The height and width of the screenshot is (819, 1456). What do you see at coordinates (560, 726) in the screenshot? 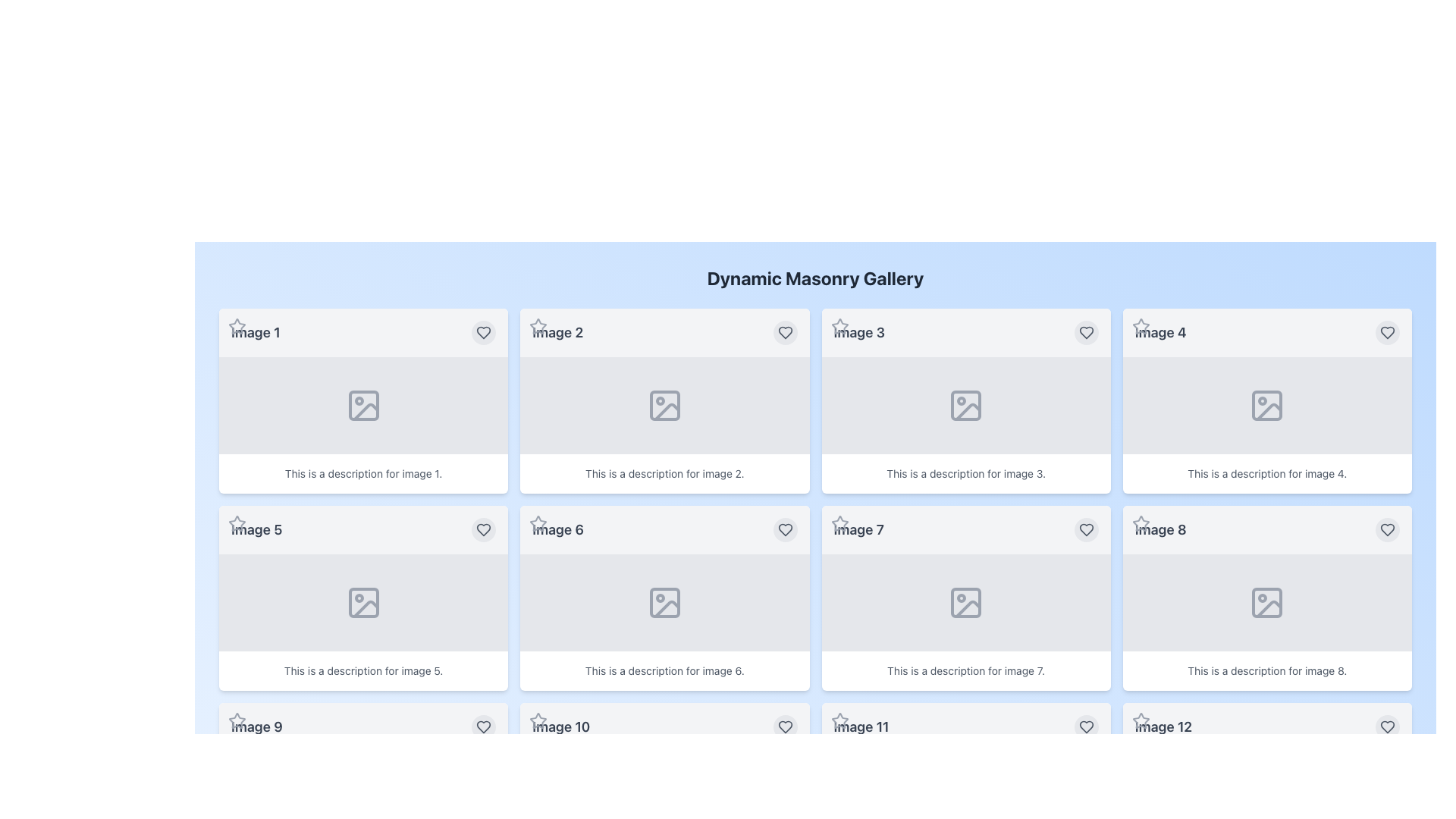
I see `text label displaying 'Image 10', which is styled with a large font size and bold formatting, located in the bottom-left part of the interface` at bounding box center [560, 726].